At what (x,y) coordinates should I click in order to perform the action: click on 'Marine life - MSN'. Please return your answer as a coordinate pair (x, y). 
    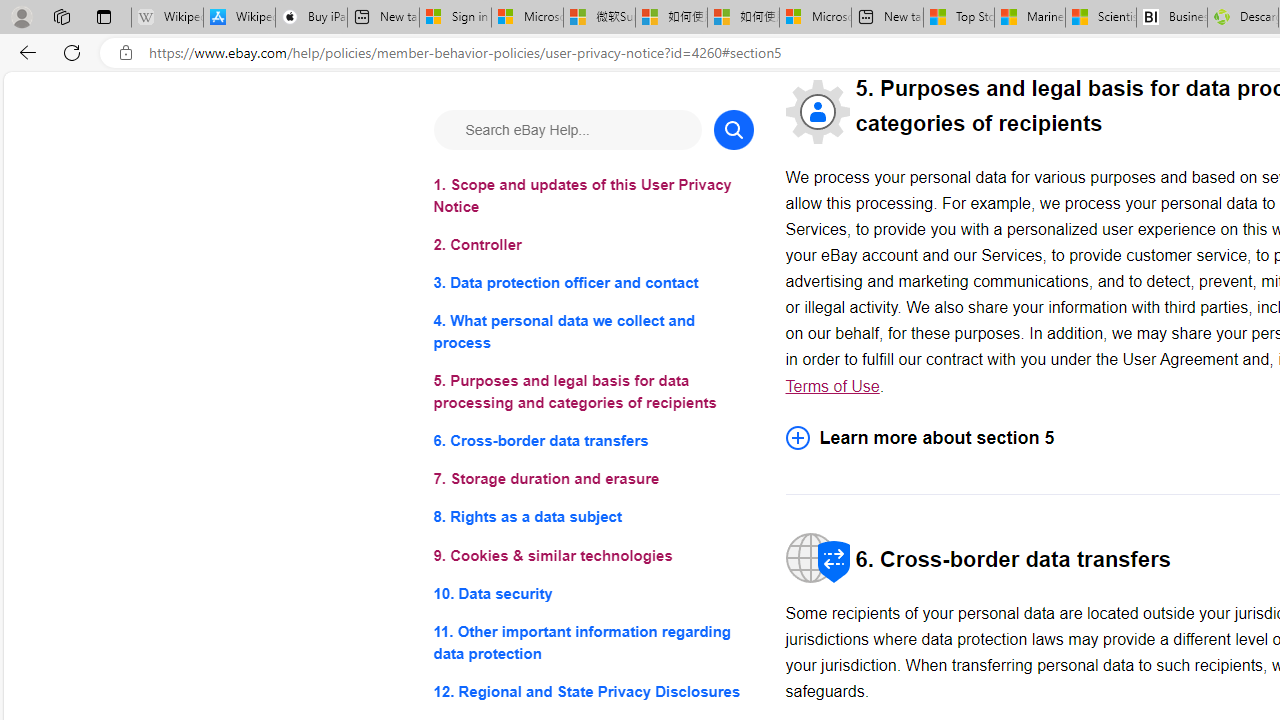
    Looking at the image, I should click on (1029, 17).